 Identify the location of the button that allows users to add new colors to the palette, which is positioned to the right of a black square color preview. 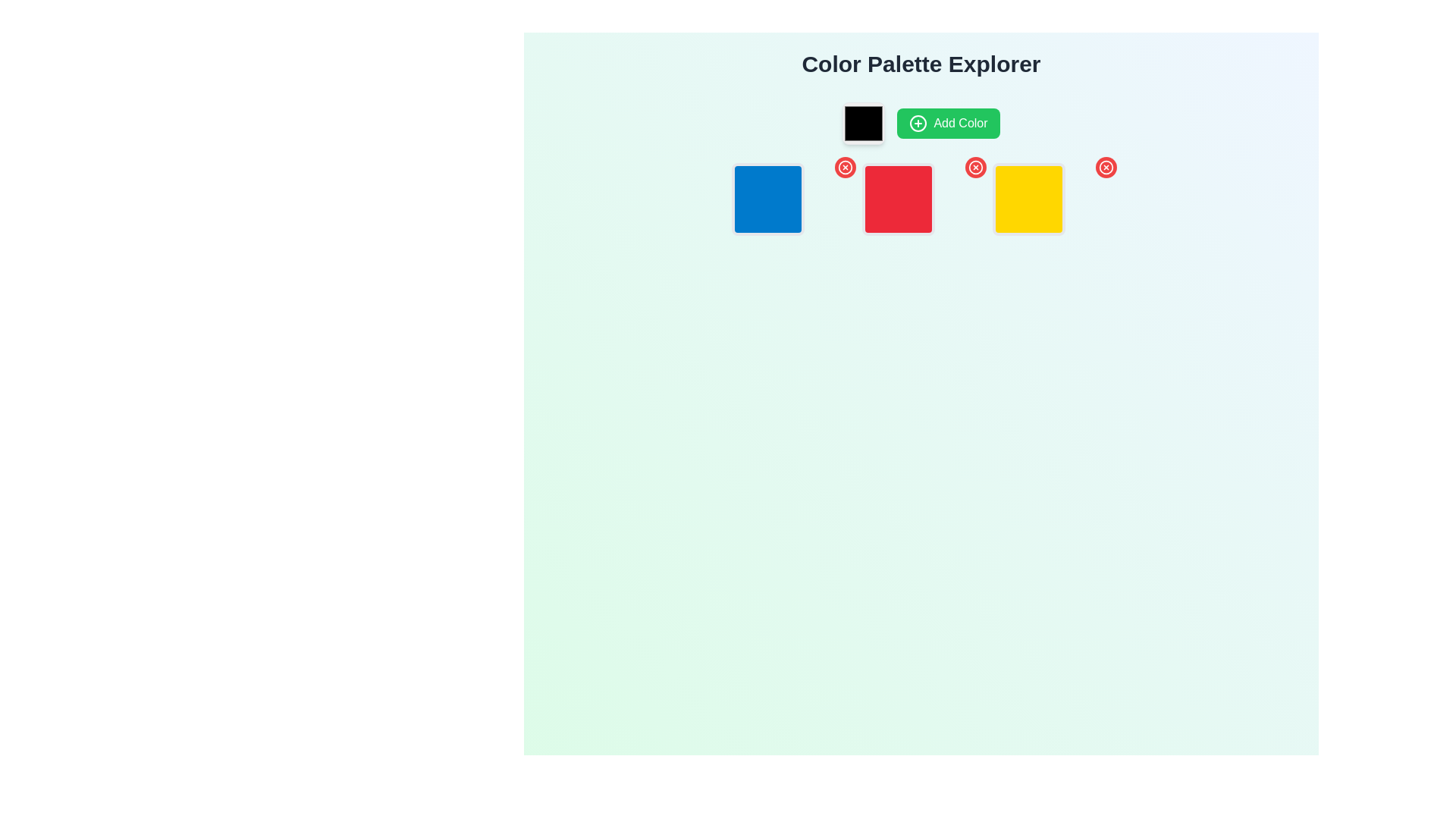
(948, 122).